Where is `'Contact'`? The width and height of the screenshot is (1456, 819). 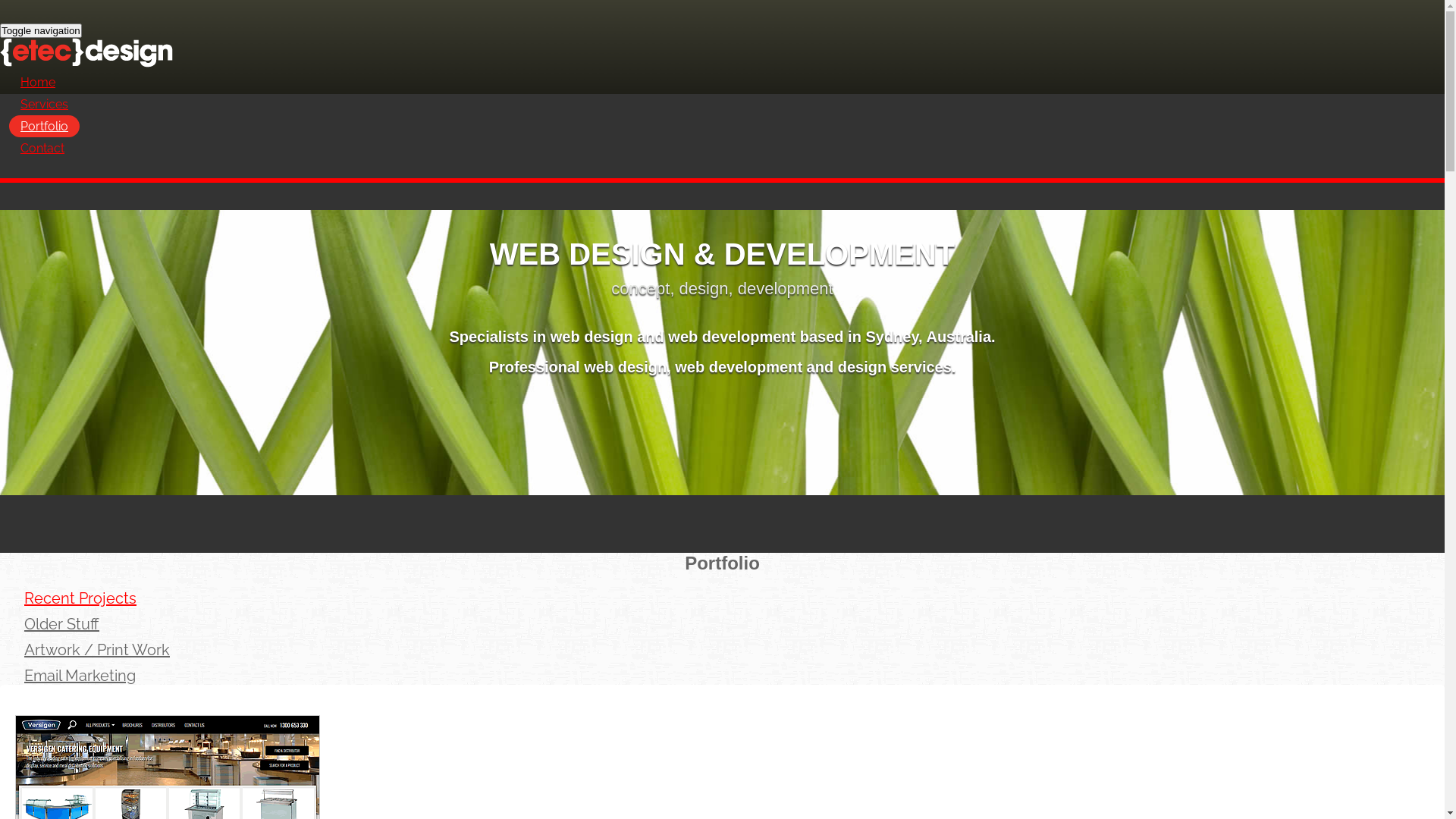
'Contact' is located at coordinates (42, 148).